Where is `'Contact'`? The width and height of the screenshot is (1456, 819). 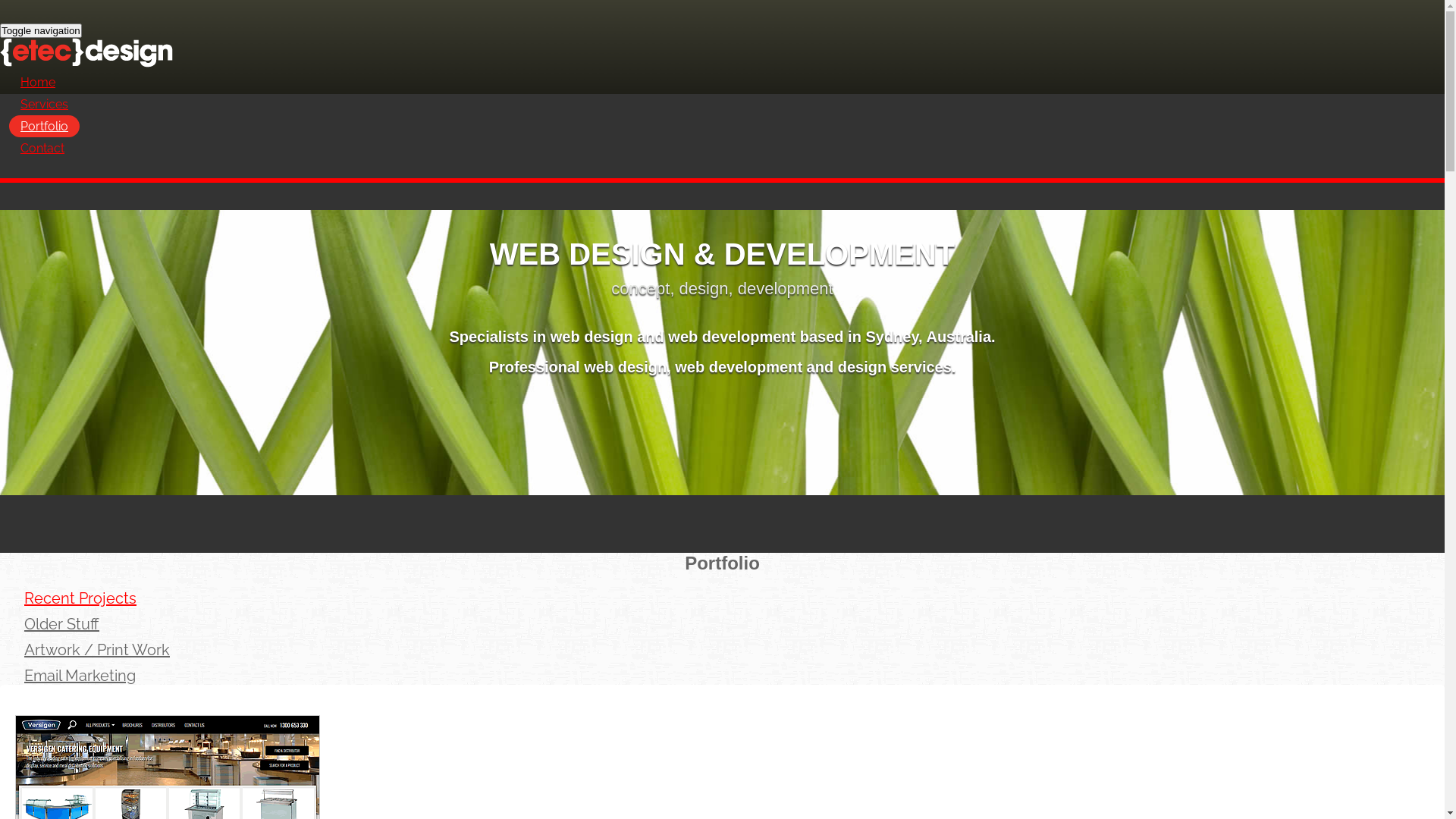
'Contact' is located at coordinates (42, 148).